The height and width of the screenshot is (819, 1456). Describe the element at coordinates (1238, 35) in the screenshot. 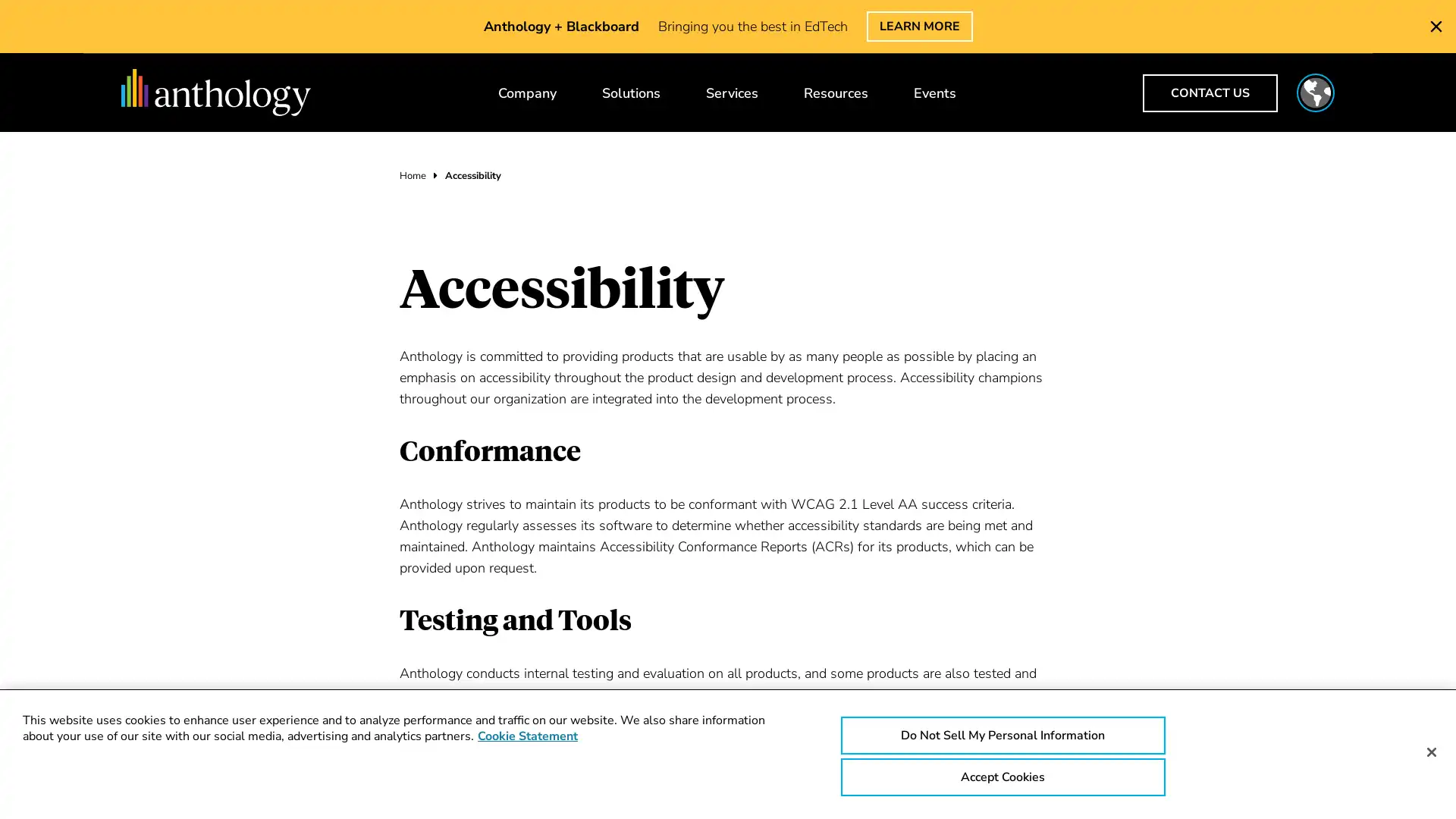

I see `CLOSE` at that location.